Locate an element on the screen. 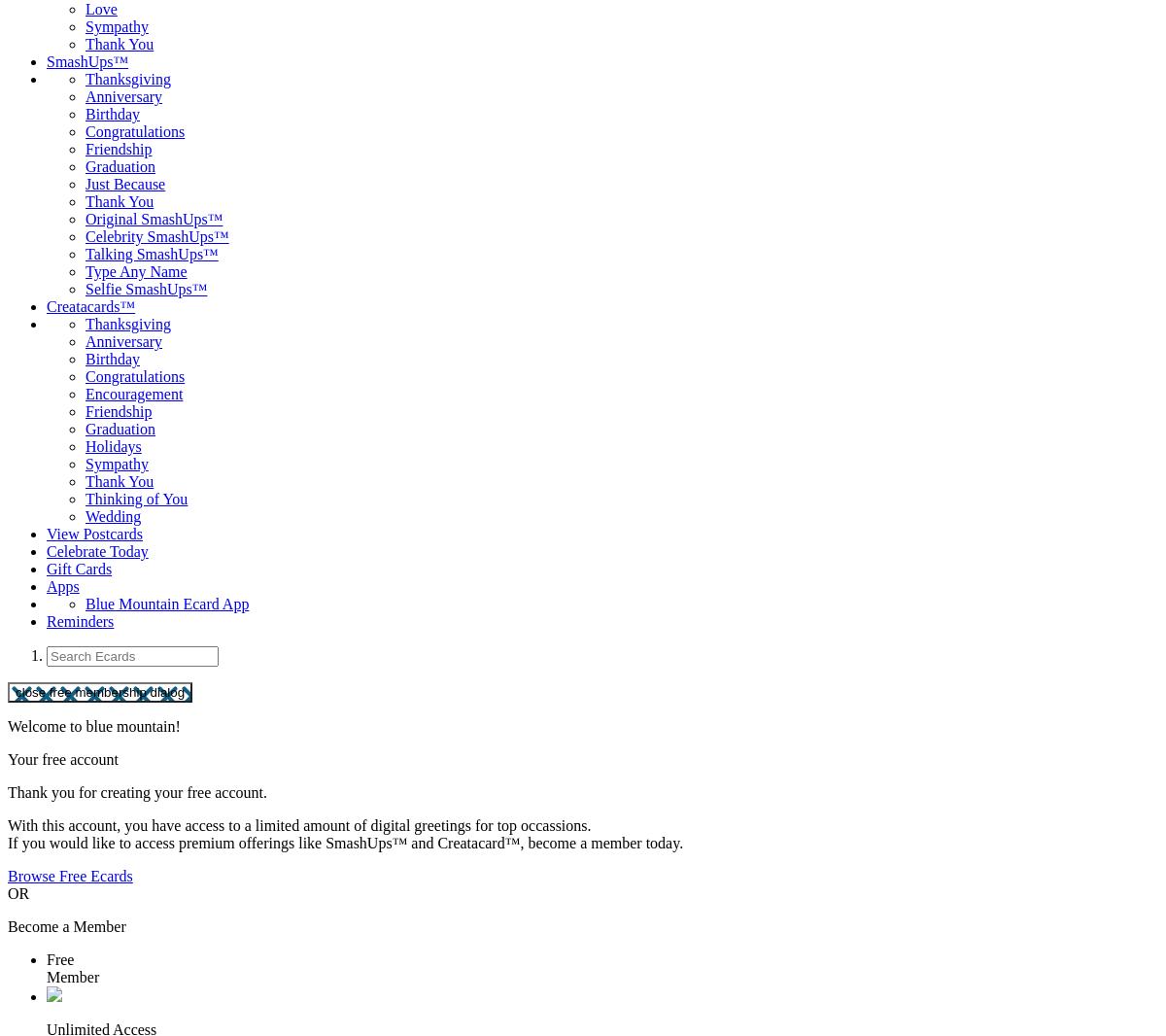  'Become a Member' is located at coordinates (8, 926).